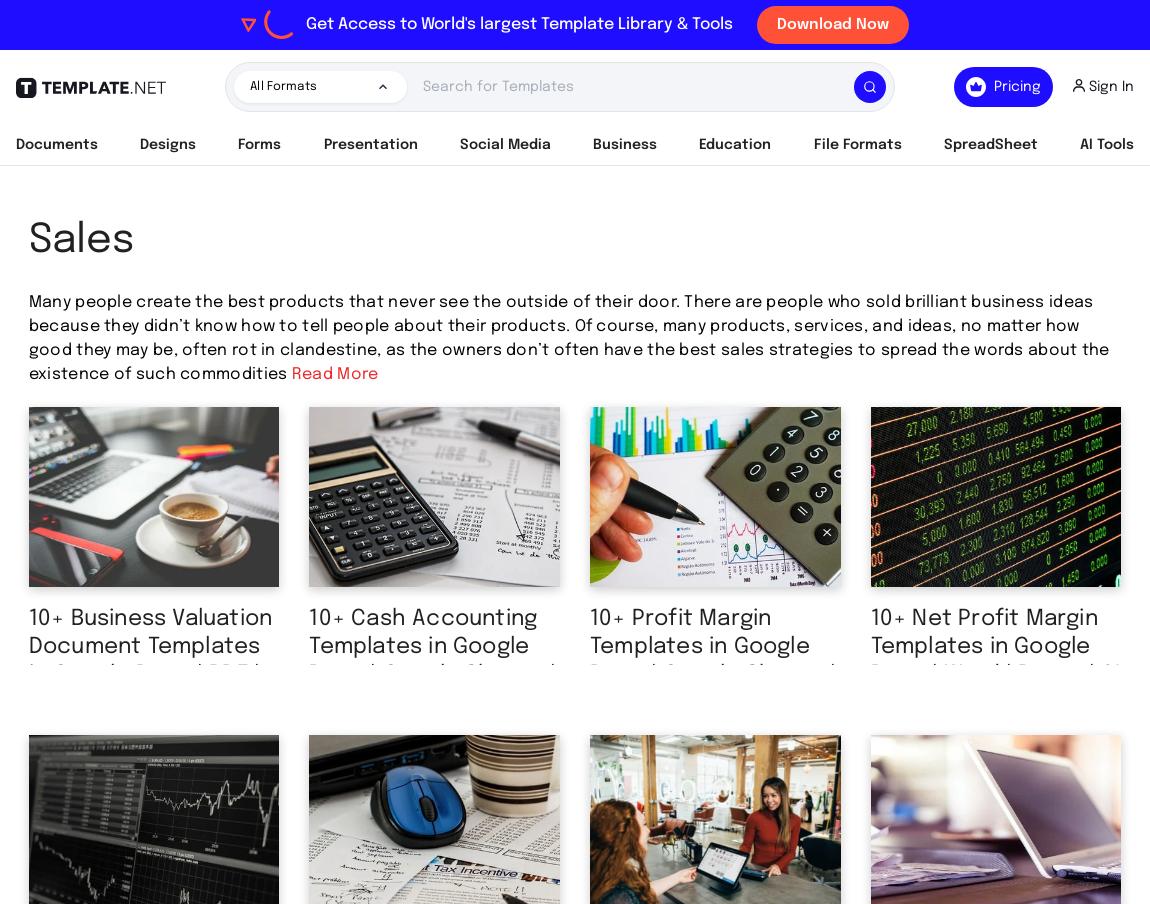 Image resolution: width=1150 pixels, height=904 pixels. I want to click on 'Forms', so click(258, 144).